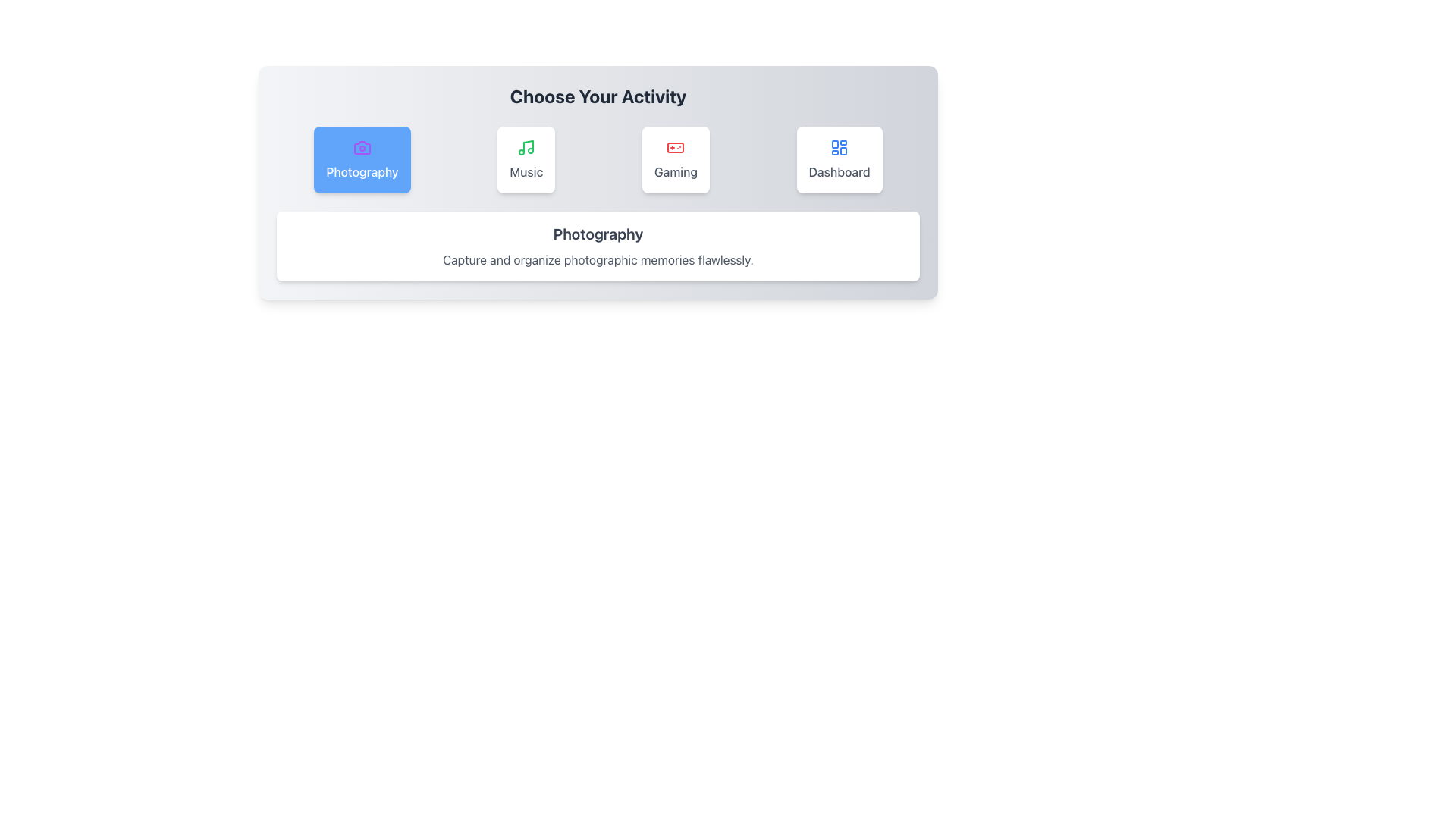 This screenshot has height=819, width=1456. Describe the element at coordinates (529, 146) in the screenshot. I see `the main body of the musical note icon, which is the second option in the horizontal activity choice layout, located above the 'Music' label` at that location.